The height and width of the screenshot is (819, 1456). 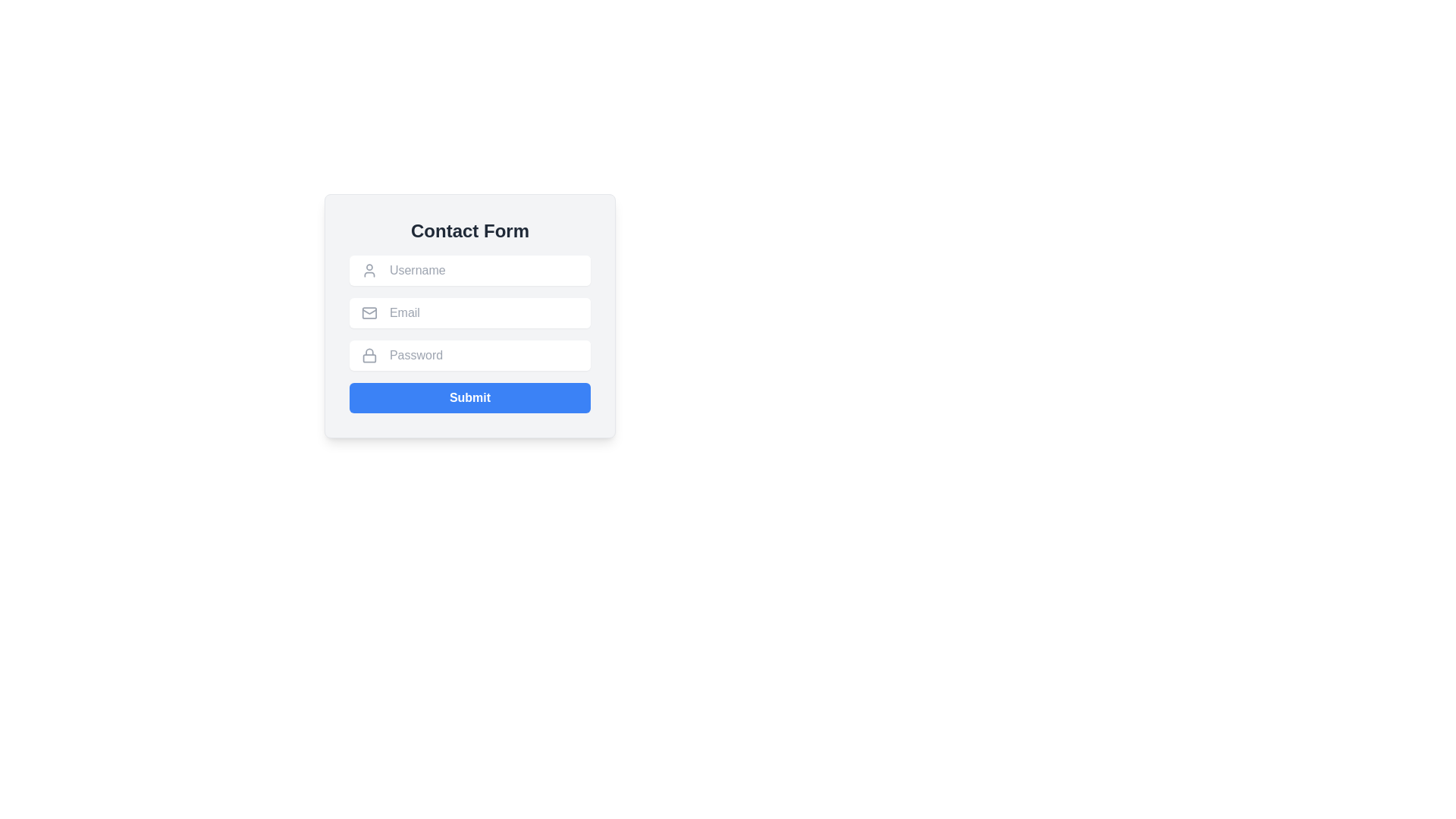 What do you see at coordinates (369, 312) in the screenshot?
I see `the mail envelope icon located inside the 'Contact Form' email input field, positioned to the left of the email text area` at bounding box center [369, 312].